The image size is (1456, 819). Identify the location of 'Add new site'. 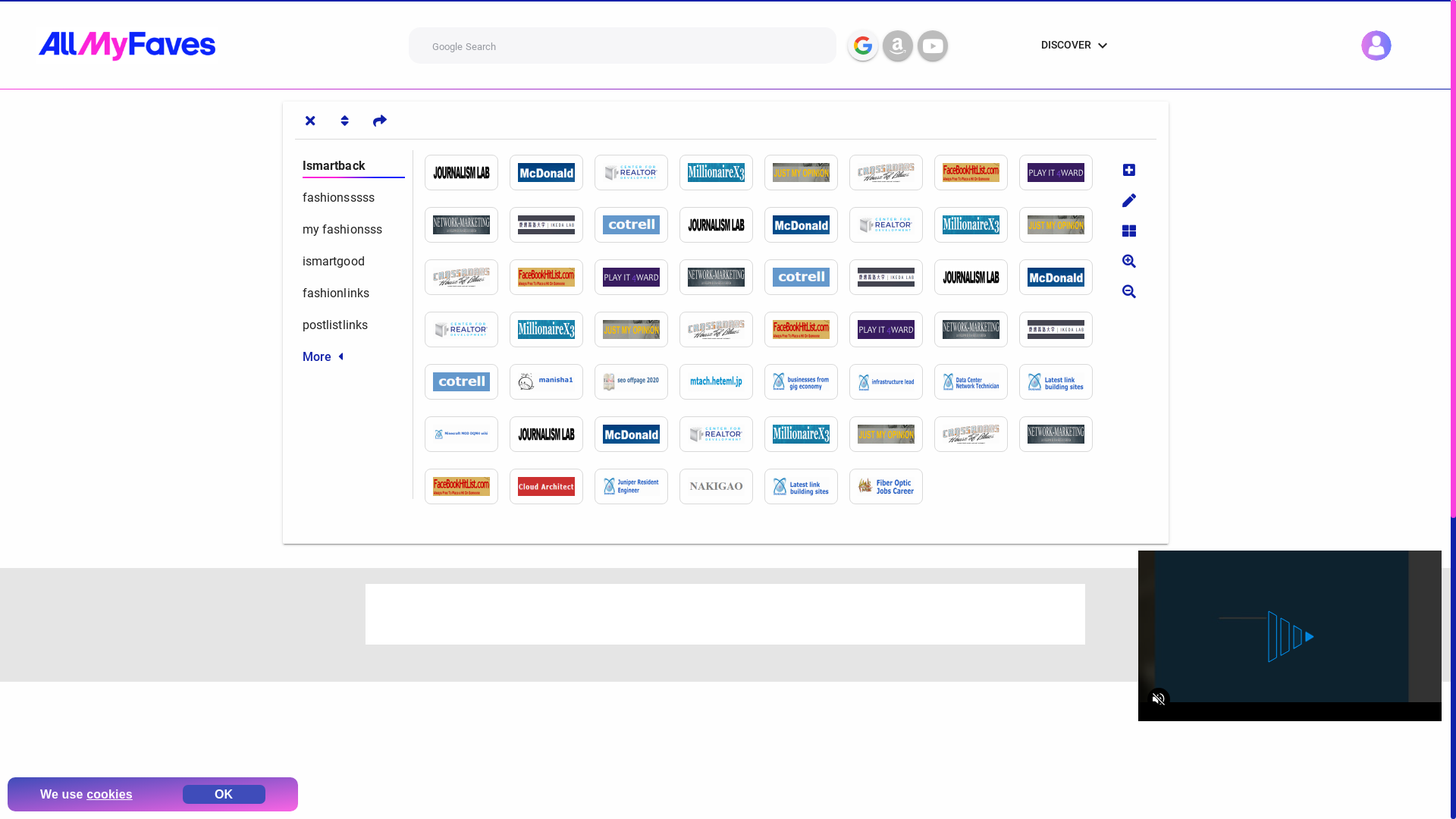
(1128, 169).